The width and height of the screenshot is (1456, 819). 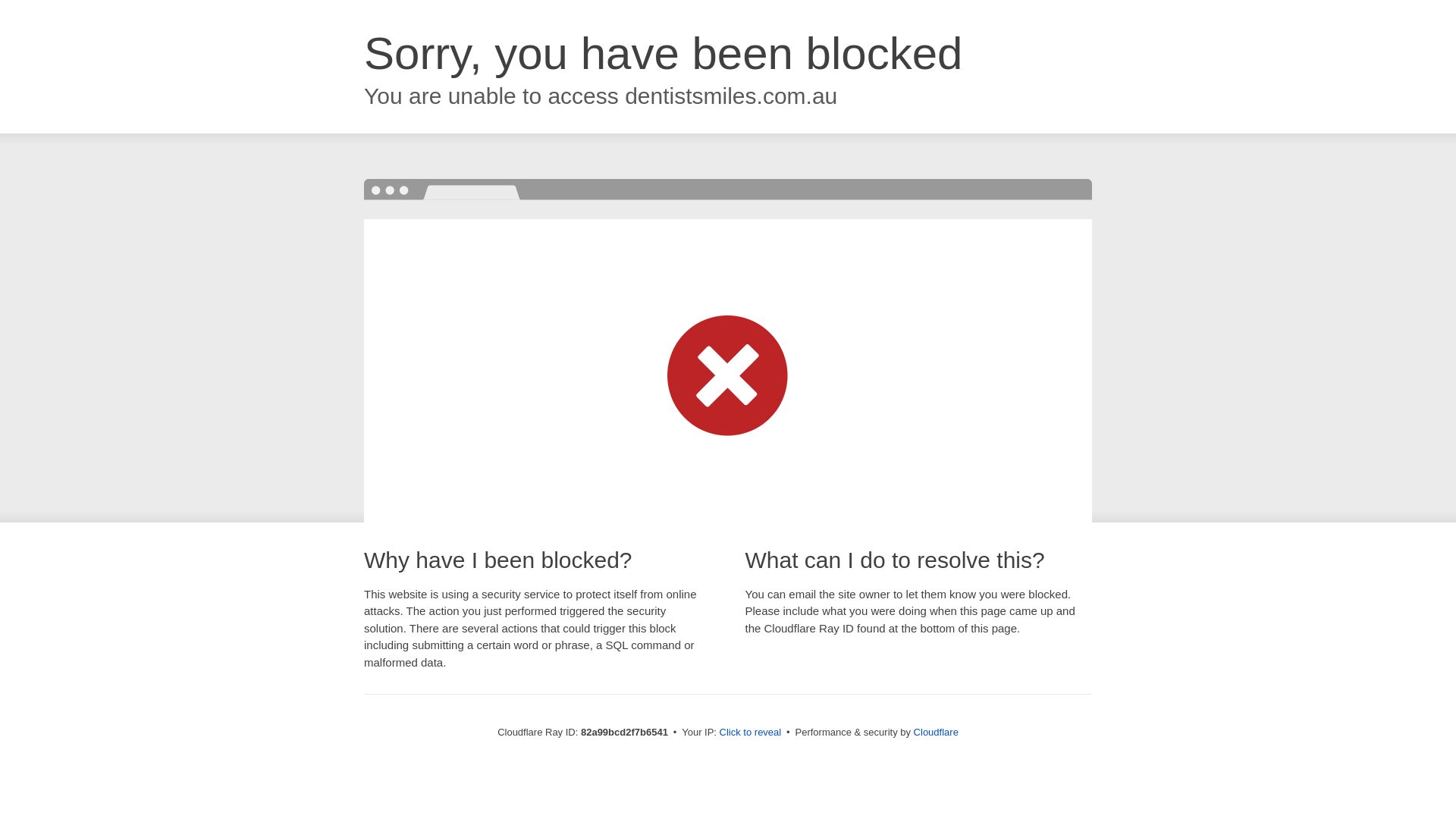 What do you see at coordinates (935, 731) in the screenshot?
I see `'Cloudflare'` at bounding box center [935, 731].